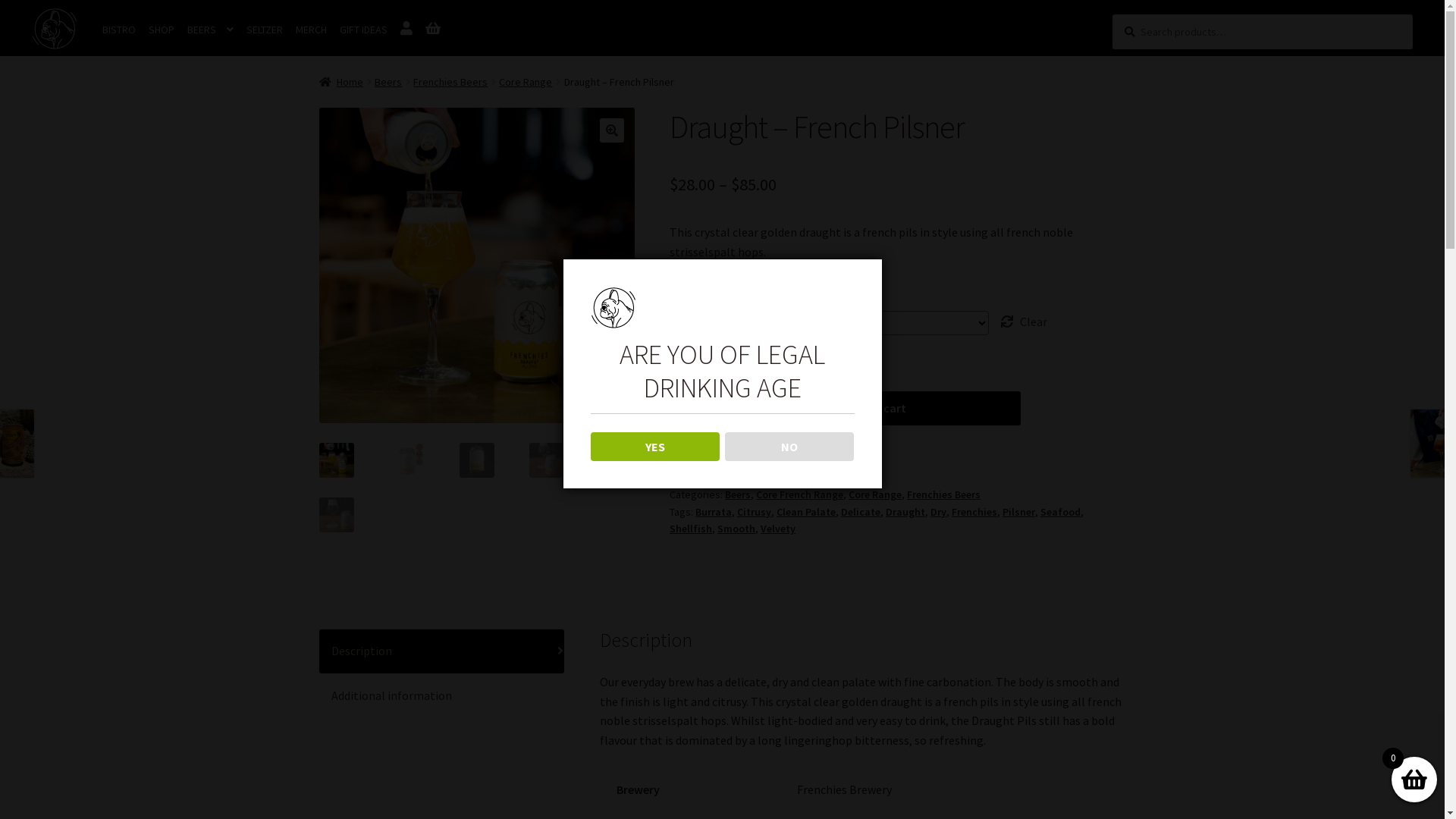 This screenshot has width=1456, height=819. I want to click on 'Delicate', so click(860, 512).